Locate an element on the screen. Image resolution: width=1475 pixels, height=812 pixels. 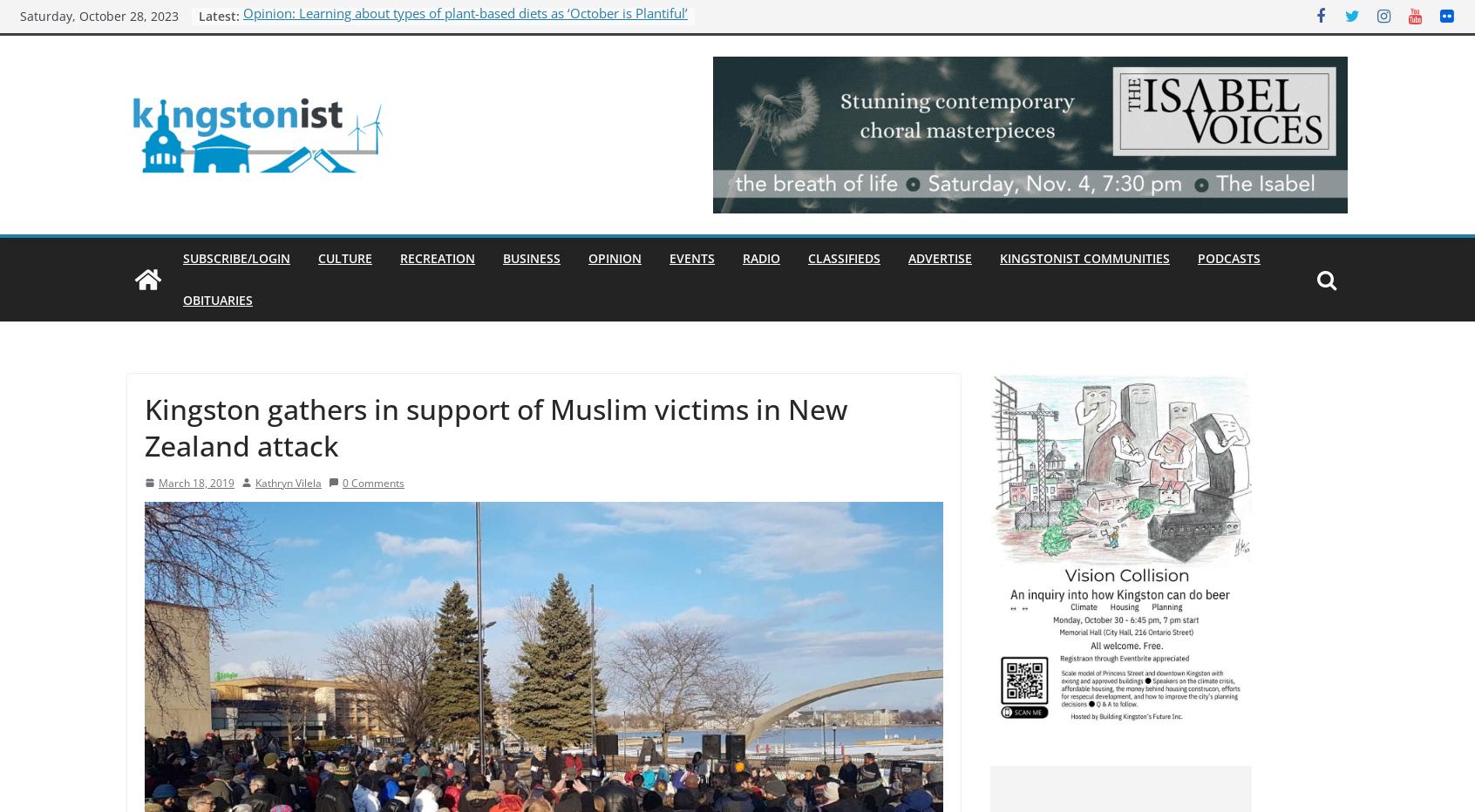
'Advertise' is located at coordinates (940, 258).